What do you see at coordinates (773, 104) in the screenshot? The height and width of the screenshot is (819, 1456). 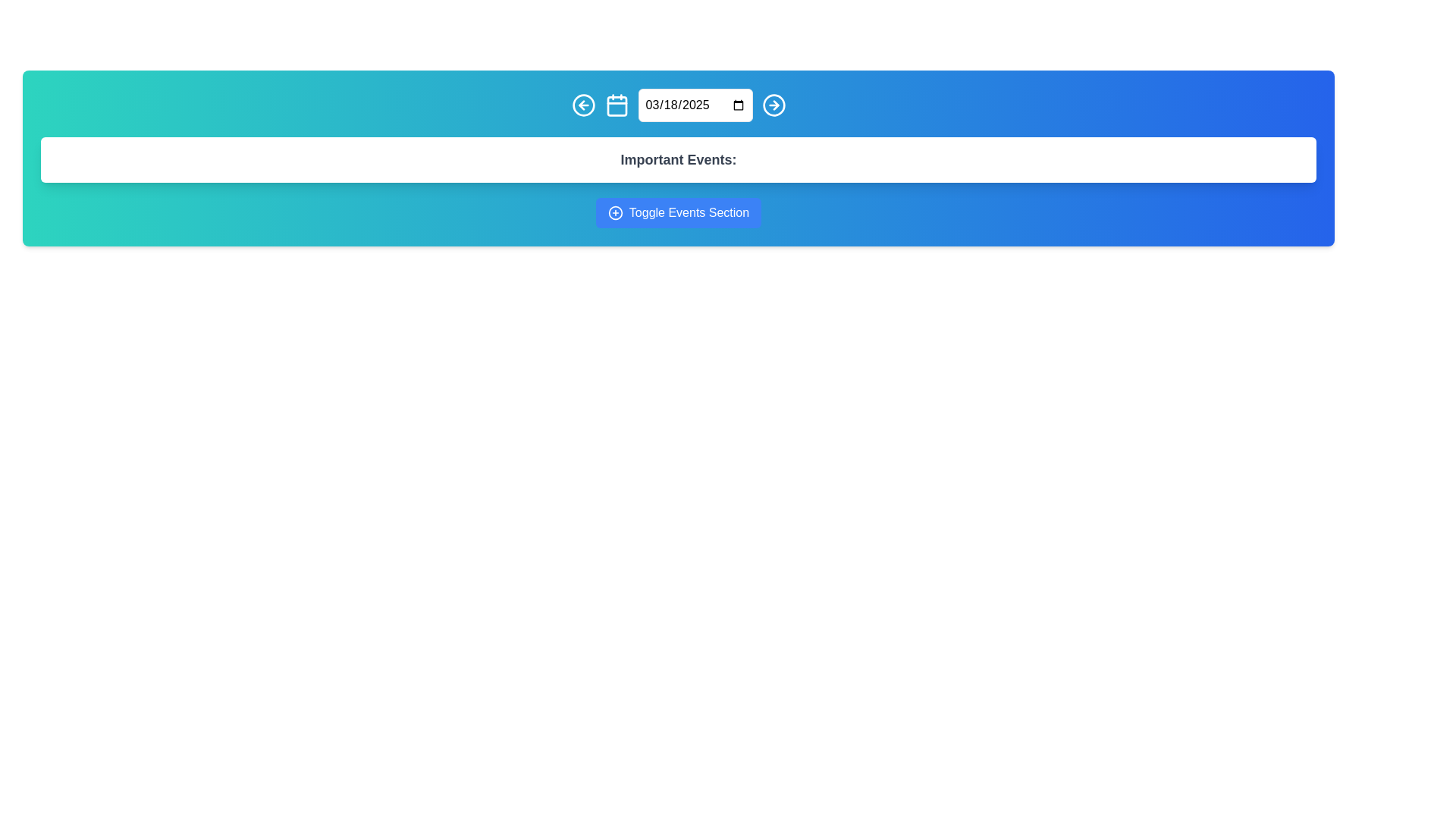 I see `the rightmost navigation button in the top row to proceed to the next item or section` at bounding box center [773, 104].